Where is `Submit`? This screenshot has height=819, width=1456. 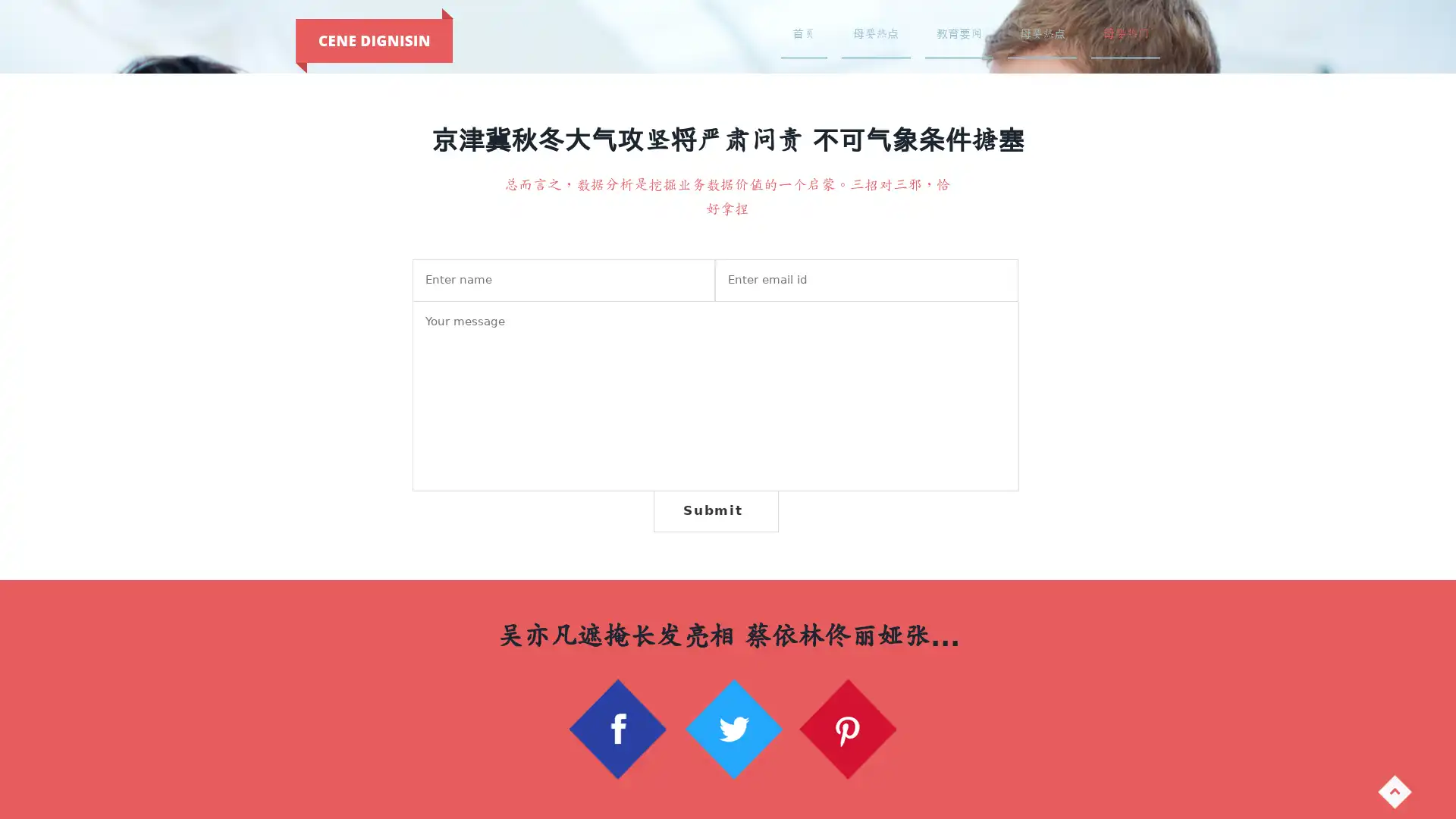
Submit is located at coordinates (714, 510).